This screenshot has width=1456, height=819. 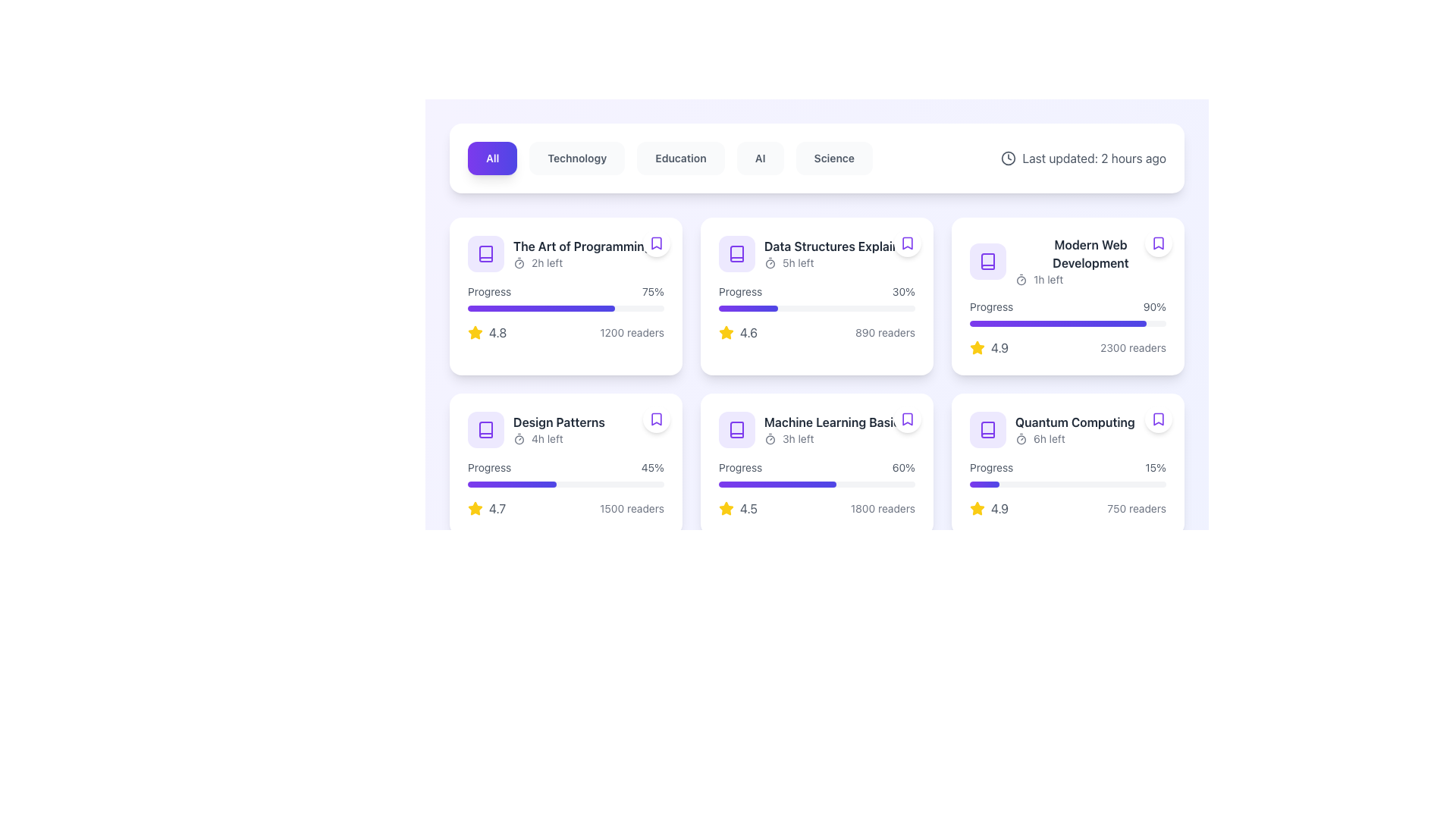 I want to click on the text label displaying '60%' which is aligned to the right of the text 'Progress' within a card layout, so click(x=903, y=467).